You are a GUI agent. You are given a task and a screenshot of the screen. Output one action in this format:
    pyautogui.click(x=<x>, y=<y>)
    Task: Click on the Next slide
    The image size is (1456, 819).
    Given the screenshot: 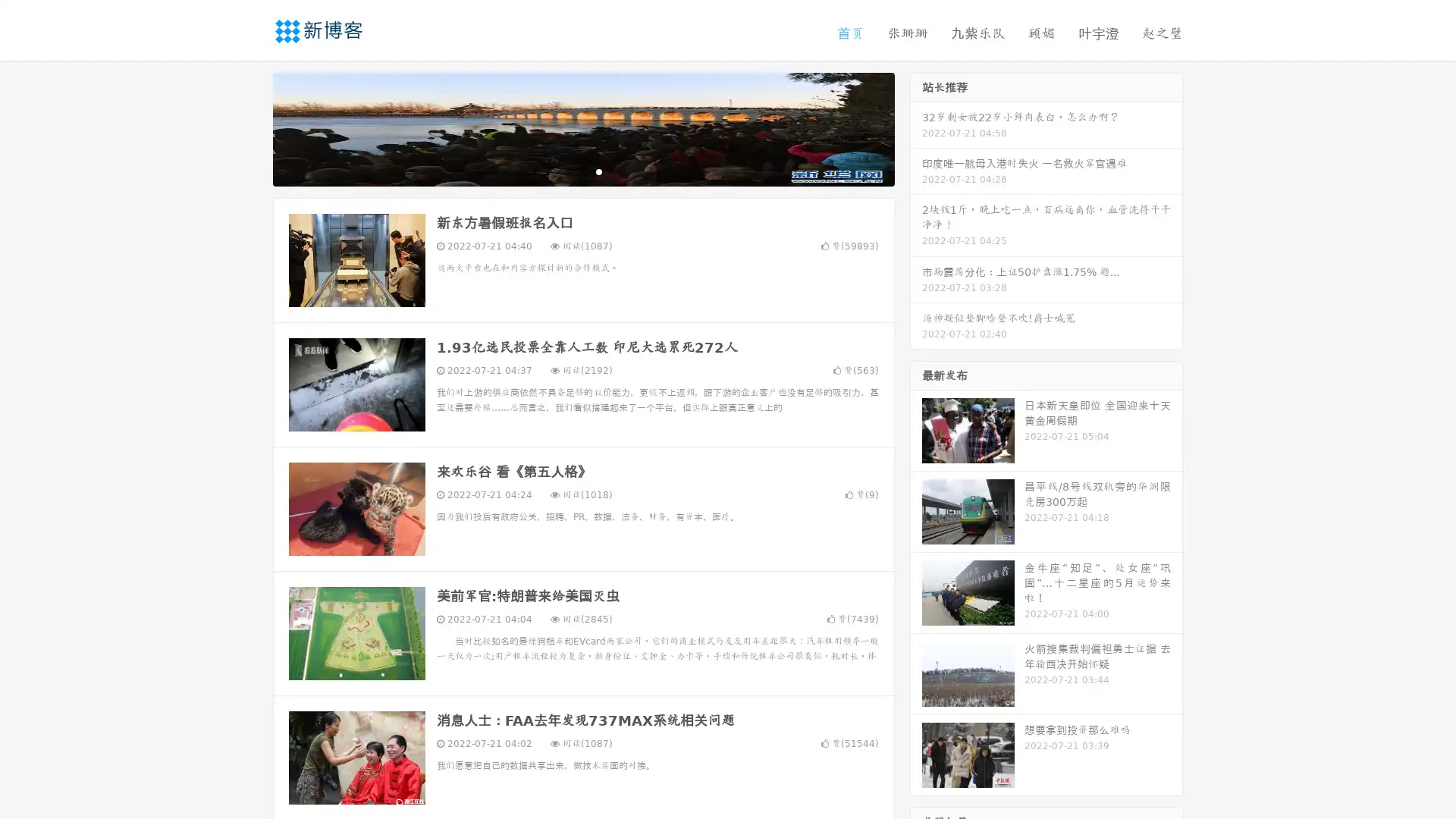 What is the action you would take?
    pyautogui.click(x=916, y=127)
    